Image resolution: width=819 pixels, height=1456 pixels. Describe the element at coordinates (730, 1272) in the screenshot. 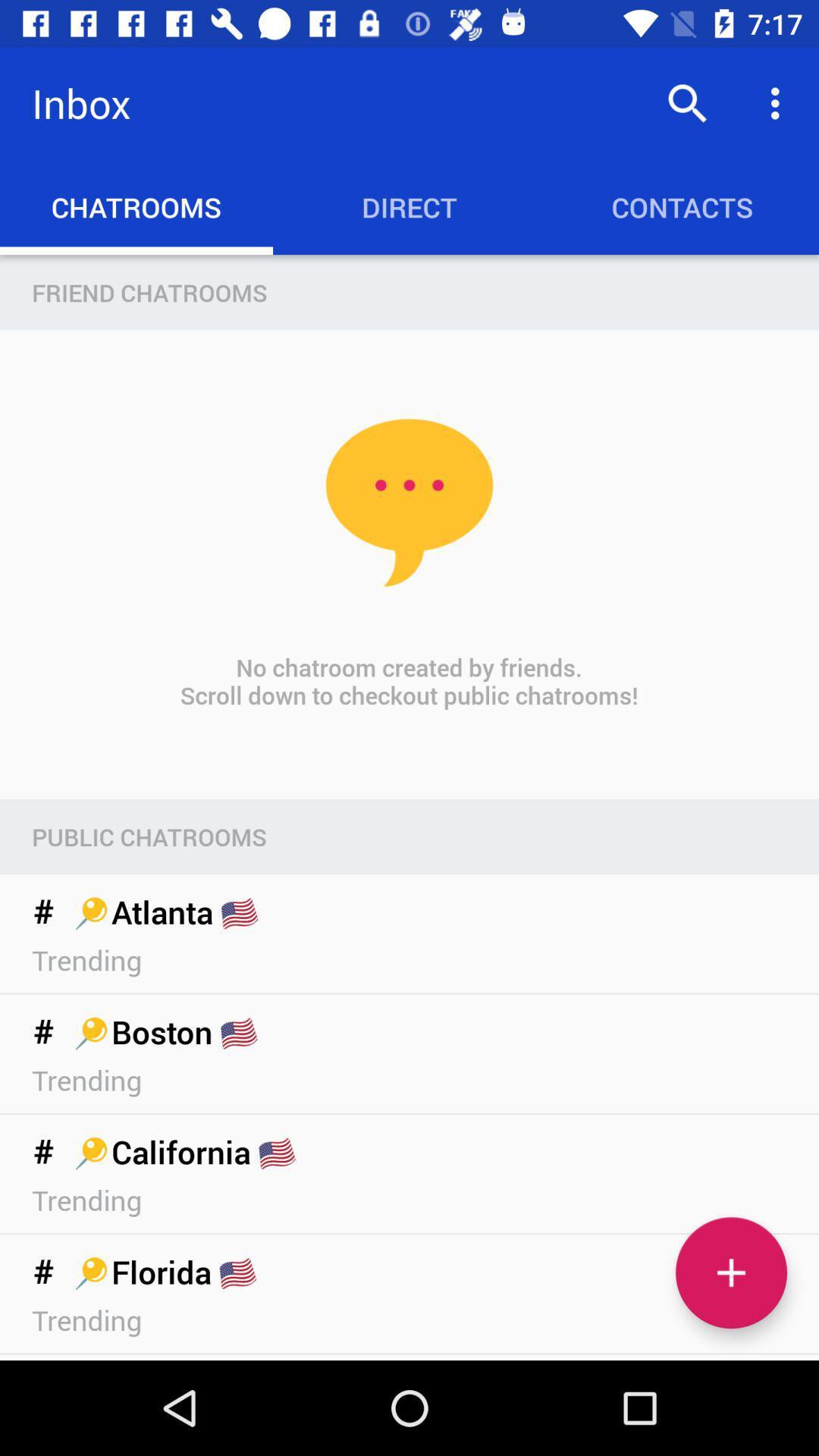

I see `the add icon` at that location.